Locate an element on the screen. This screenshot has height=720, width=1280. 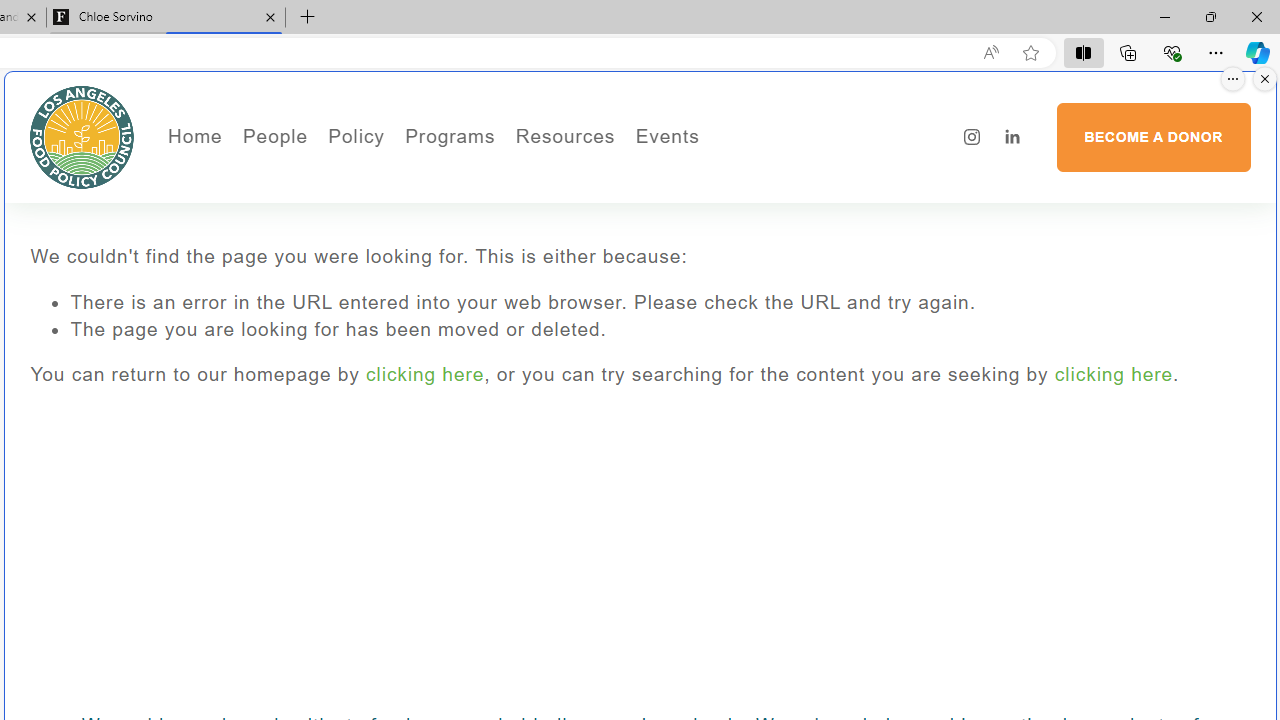
'LinkedIn' is located at coordinates (1012, 136).